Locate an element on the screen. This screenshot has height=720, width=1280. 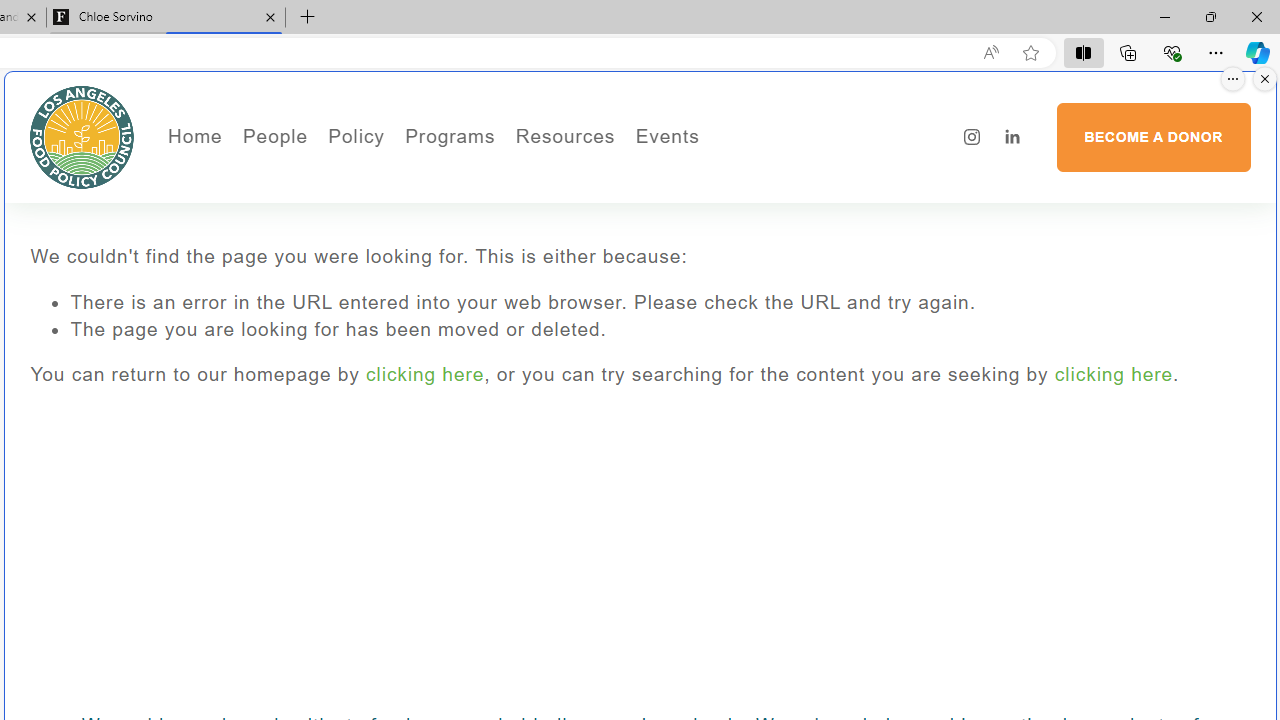
'LinkedIn' is located at coordinates (1012, 136).